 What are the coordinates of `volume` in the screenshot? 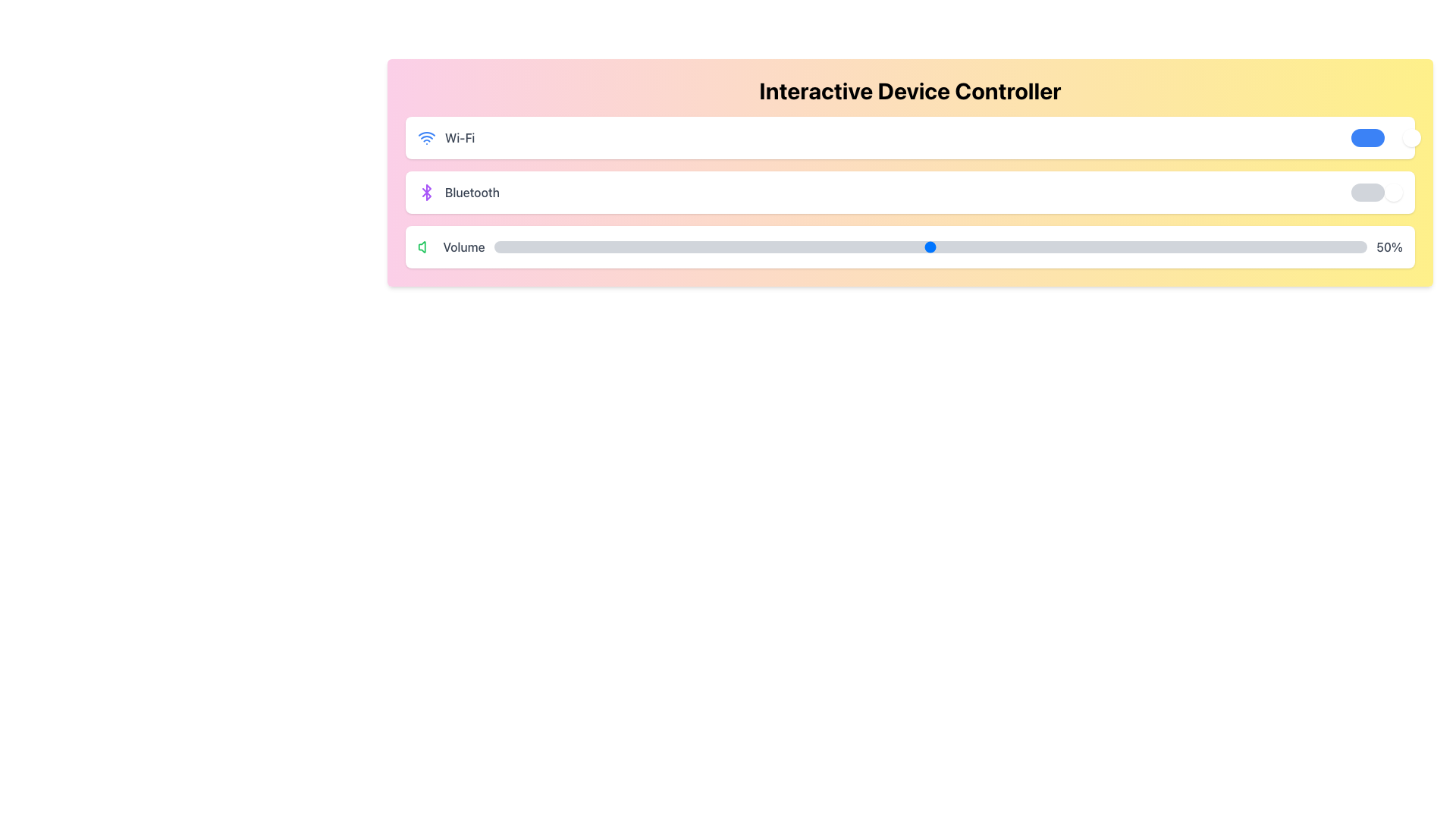 It's located at (808, 246).